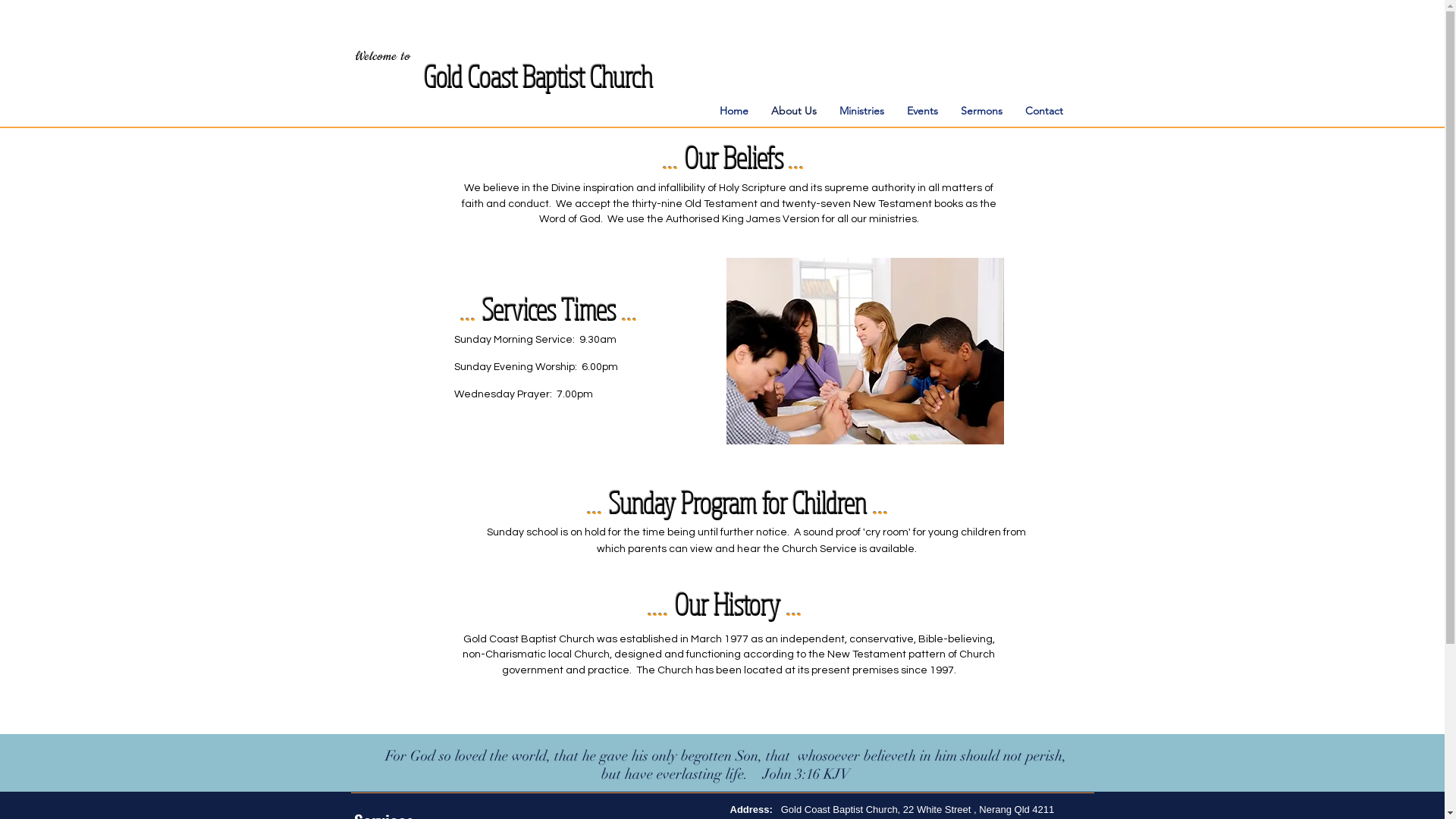 This screenshot has height=819, width=1456. I want to click on 'Sermons', so click(949, 110).